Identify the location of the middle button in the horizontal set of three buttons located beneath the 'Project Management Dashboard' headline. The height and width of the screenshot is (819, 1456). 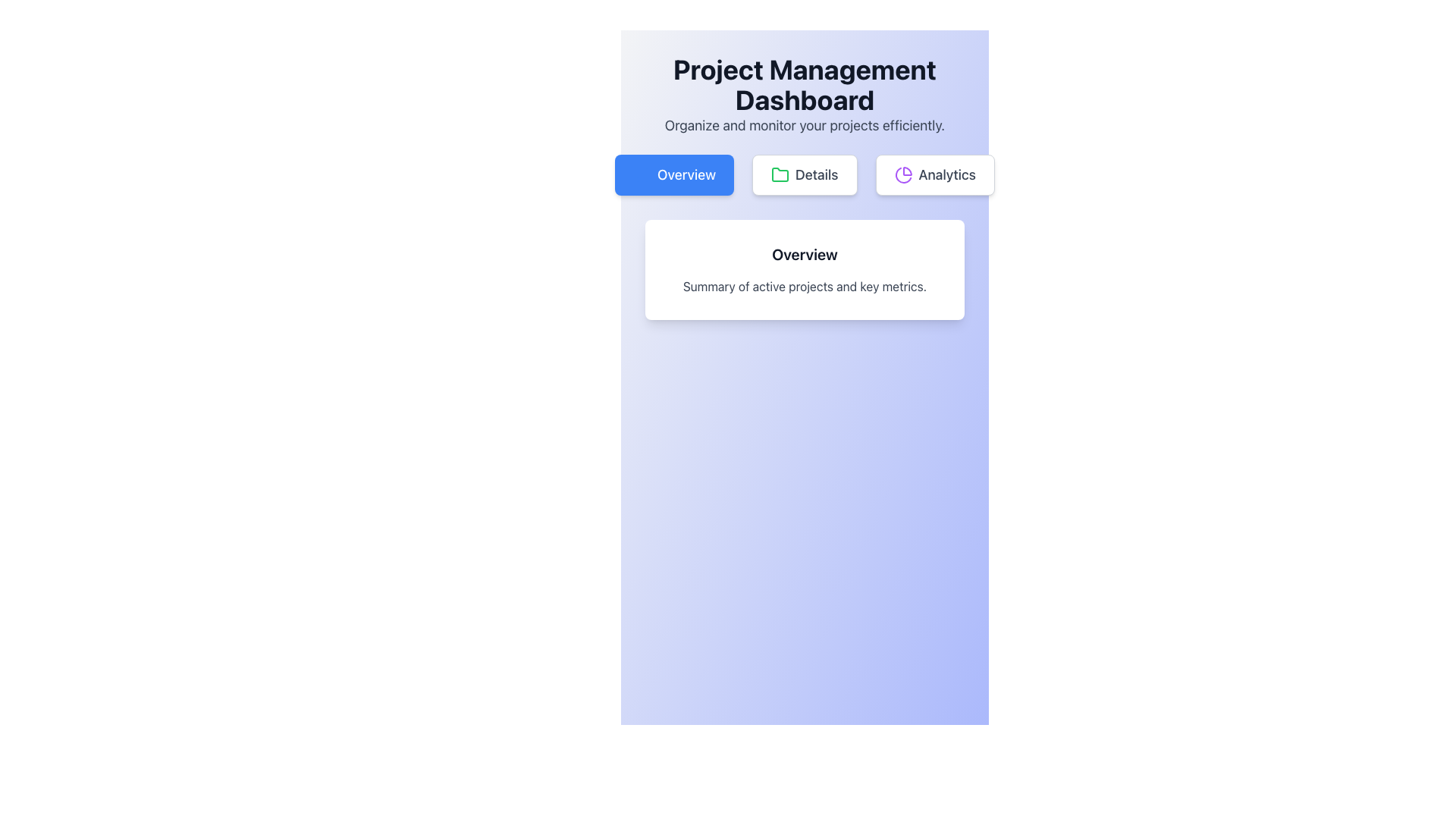
(804, 174).